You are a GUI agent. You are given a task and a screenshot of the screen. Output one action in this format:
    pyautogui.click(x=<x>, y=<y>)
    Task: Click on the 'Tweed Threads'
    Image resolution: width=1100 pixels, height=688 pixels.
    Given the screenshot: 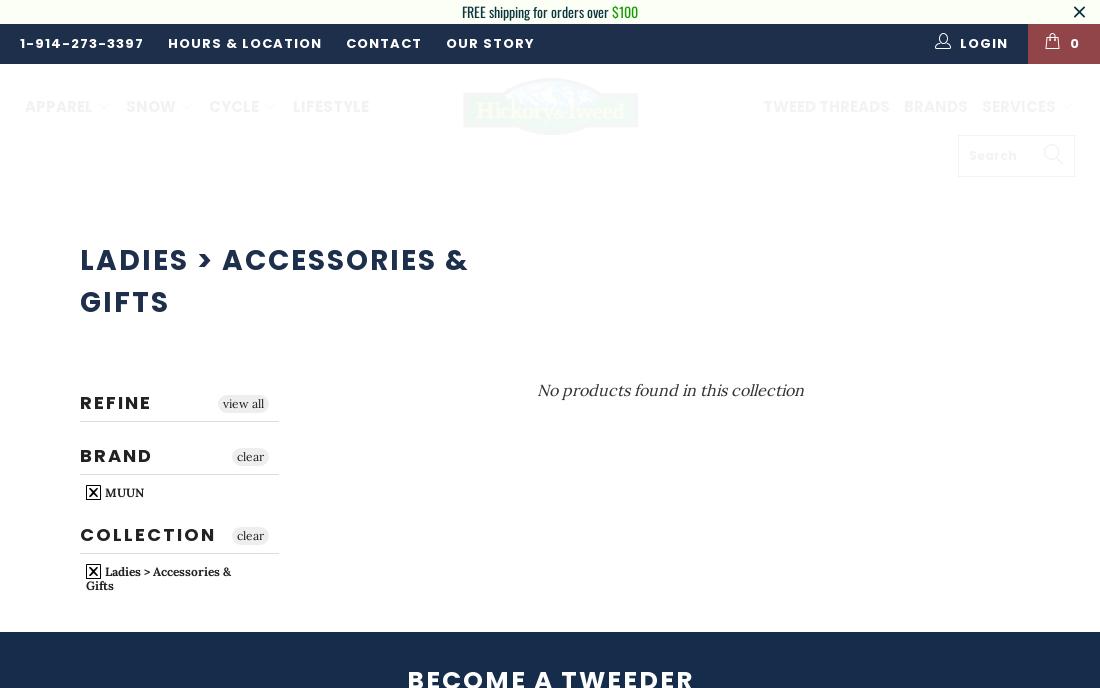 What is the action you would take?
    pyautogui.click(x=825, y=104)
    